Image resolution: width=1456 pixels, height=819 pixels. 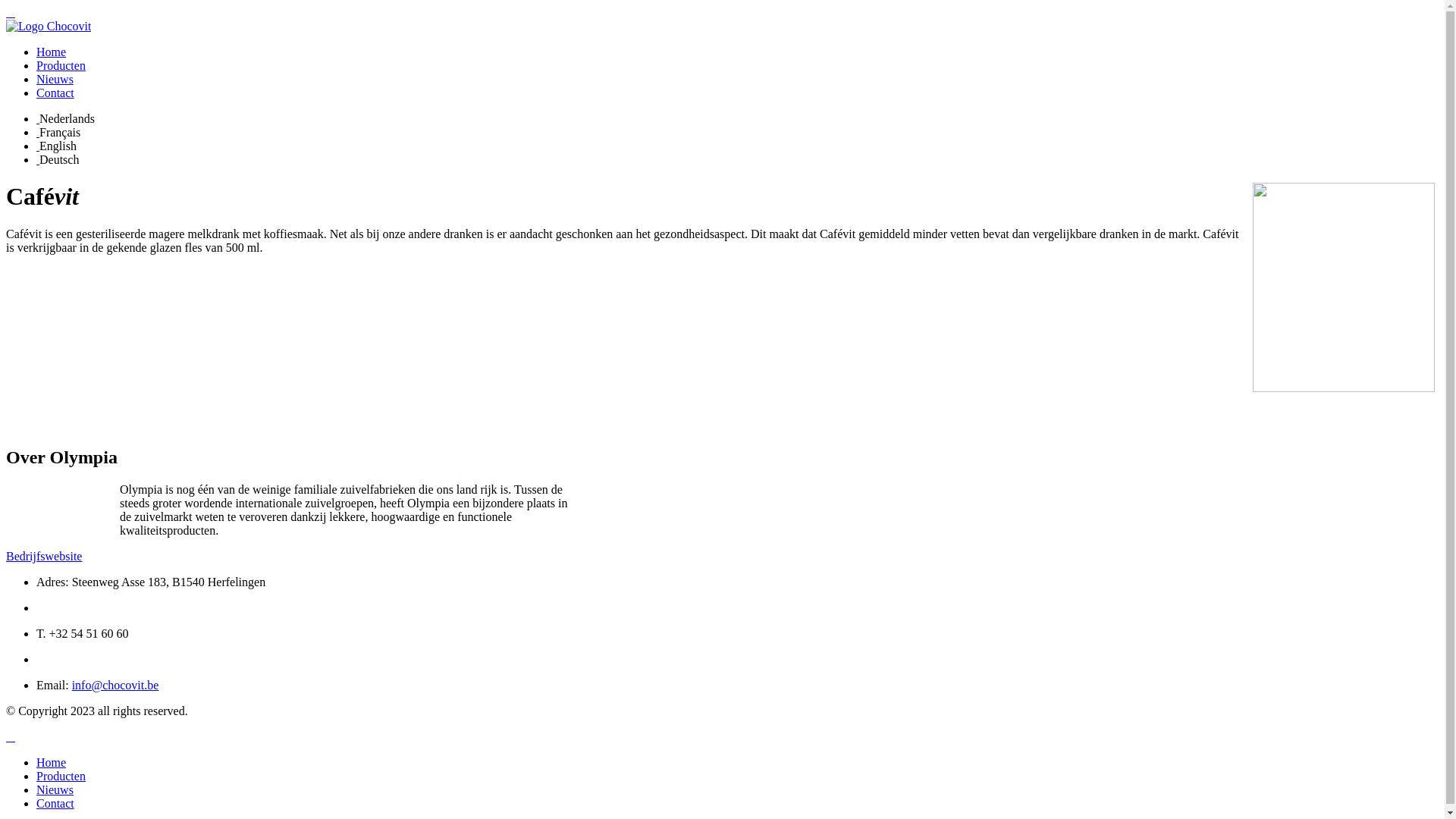 What do you see at coordinates (61, 776) in the screenshot?
I see `'Producten'` at bounding box center [61, 776].